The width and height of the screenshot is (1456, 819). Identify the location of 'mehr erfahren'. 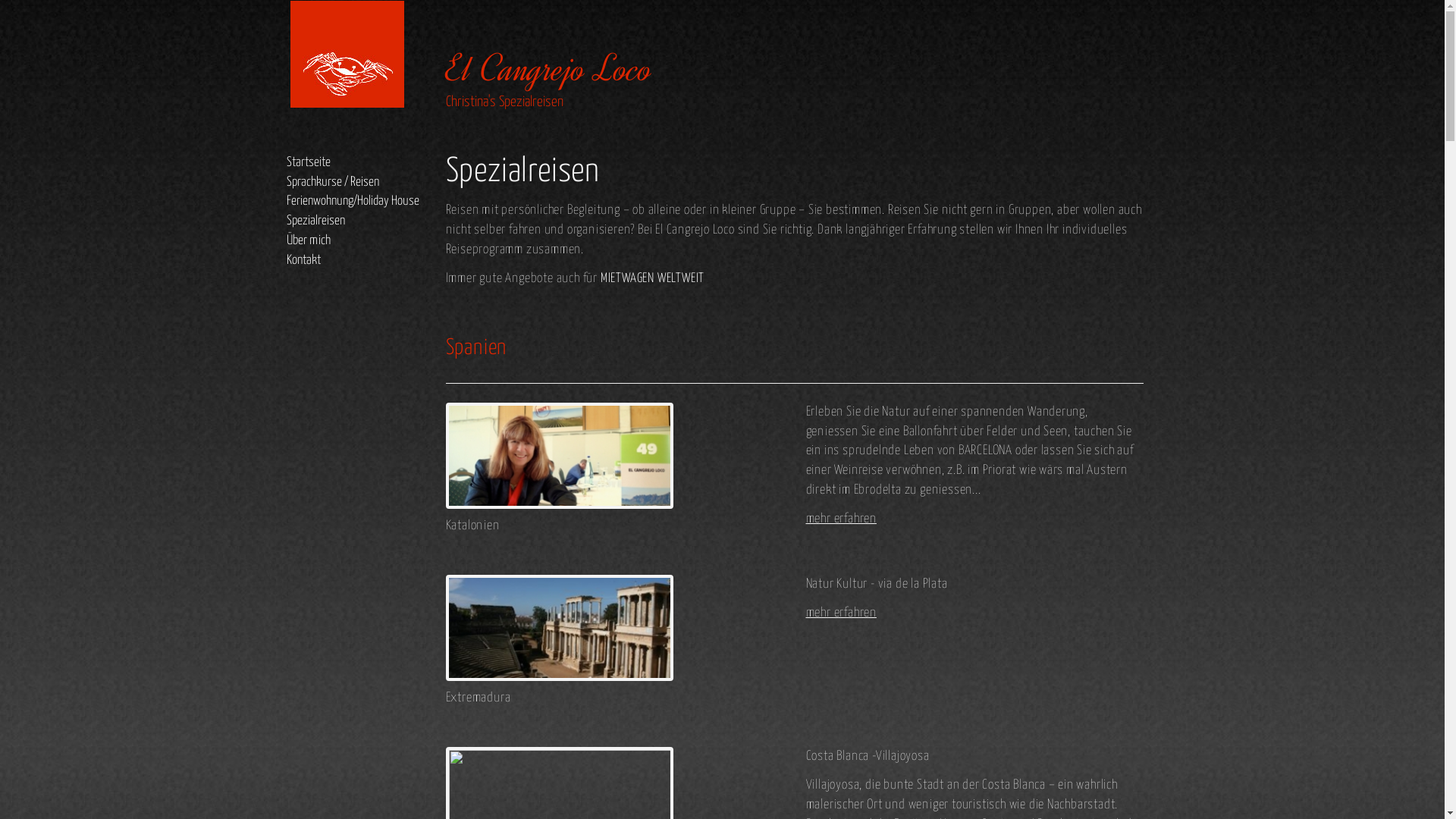
(804, 518).